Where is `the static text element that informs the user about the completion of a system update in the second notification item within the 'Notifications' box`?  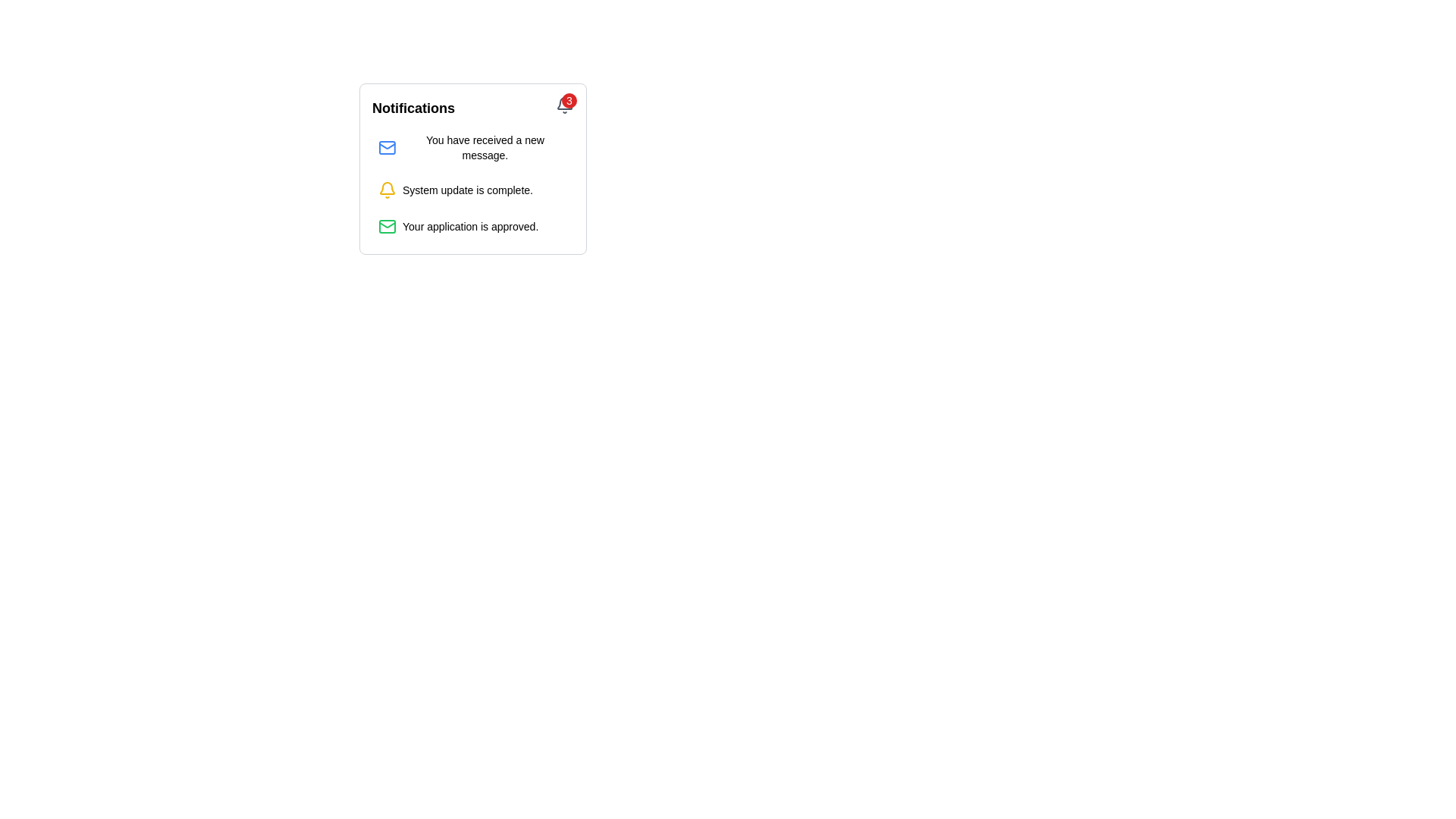
the static text element that informs the user about the completion of a system update in the second notification item within the 'Notifications' box is located at coordinates (466, 189).